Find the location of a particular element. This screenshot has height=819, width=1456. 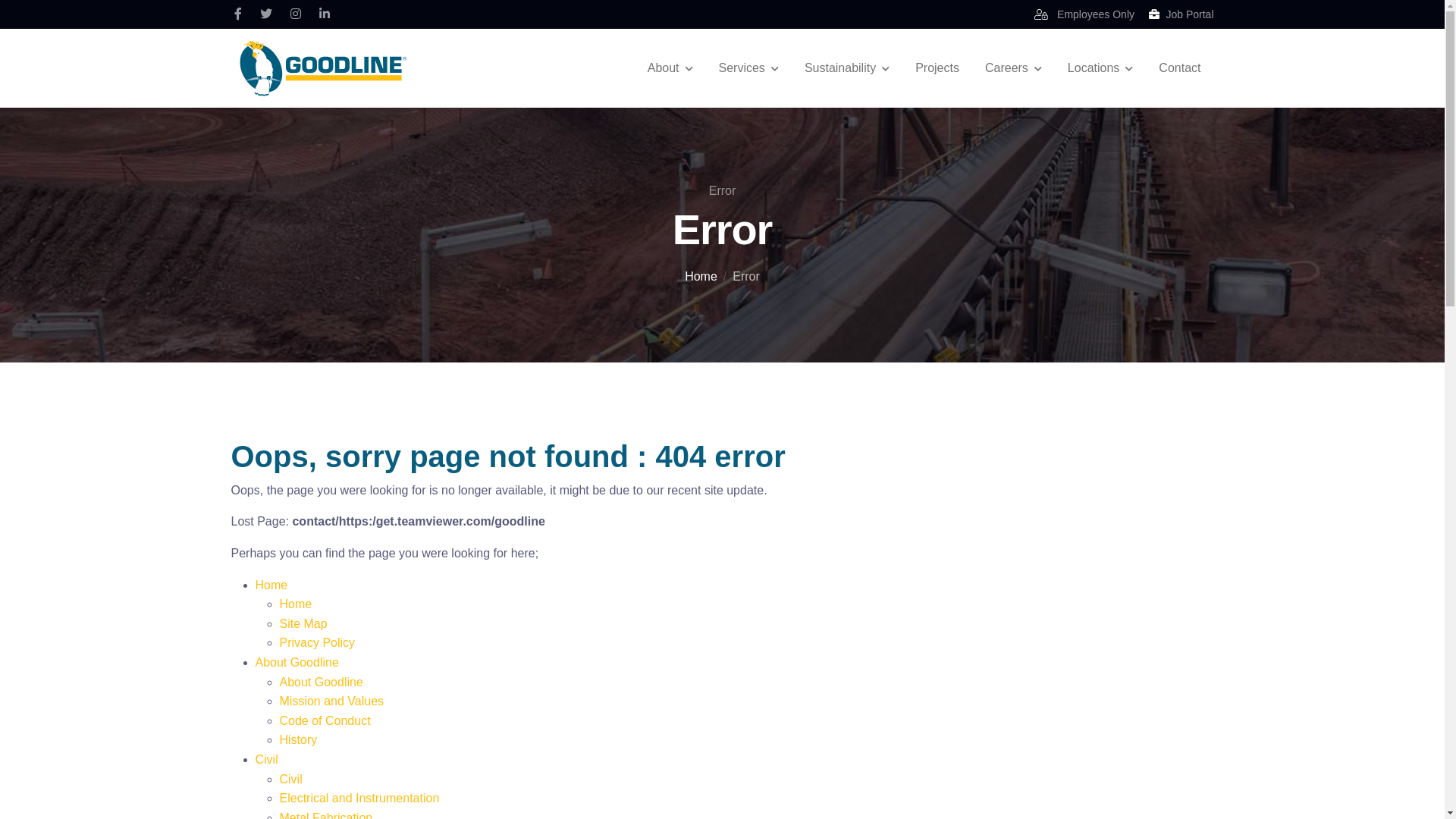

'Employees Only' is located at coordinates (1084, 14).